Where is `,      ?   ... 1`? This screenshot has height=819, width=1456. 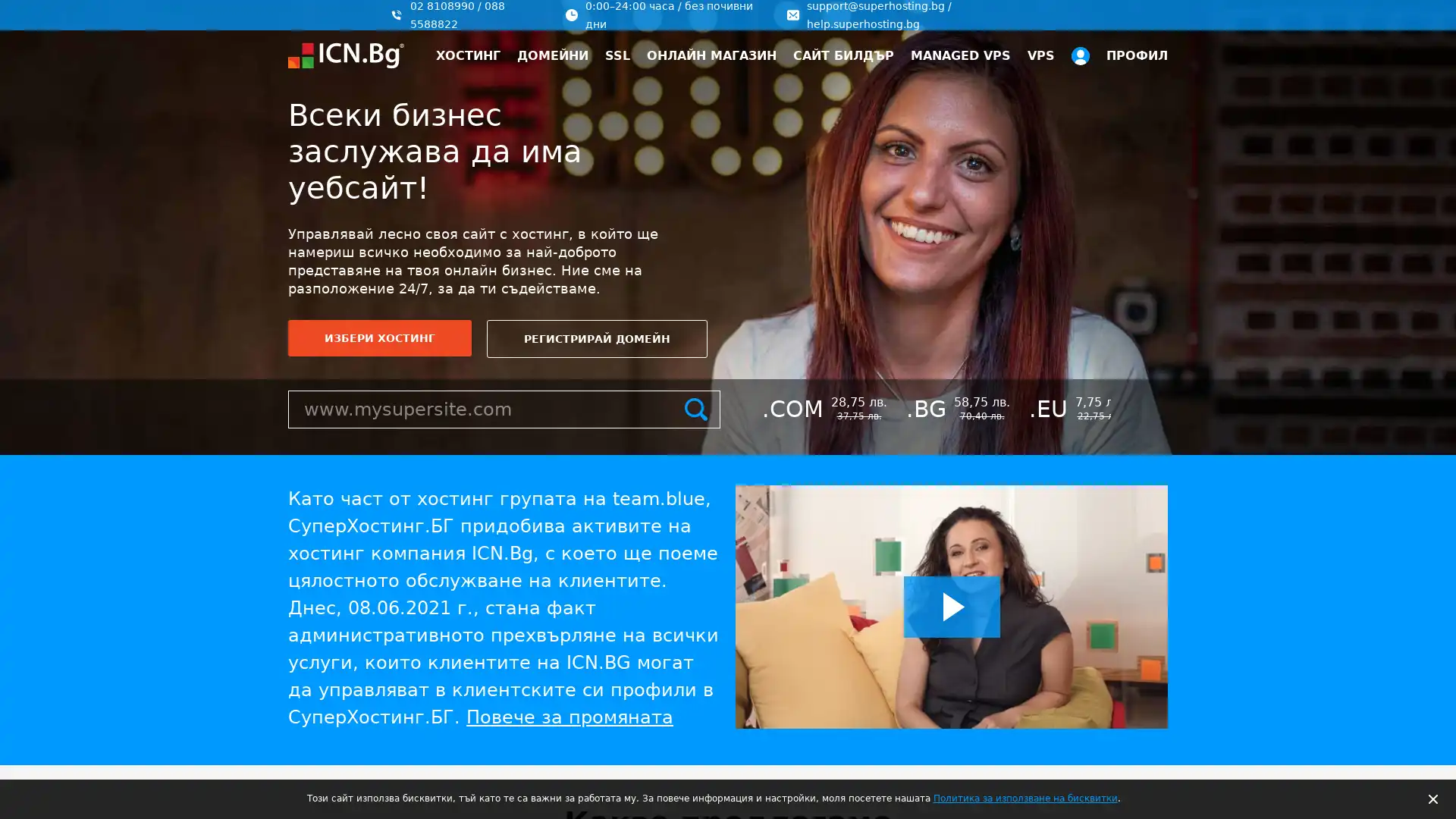
,      ?   ... 1 is located at coordinates (1414, 742).